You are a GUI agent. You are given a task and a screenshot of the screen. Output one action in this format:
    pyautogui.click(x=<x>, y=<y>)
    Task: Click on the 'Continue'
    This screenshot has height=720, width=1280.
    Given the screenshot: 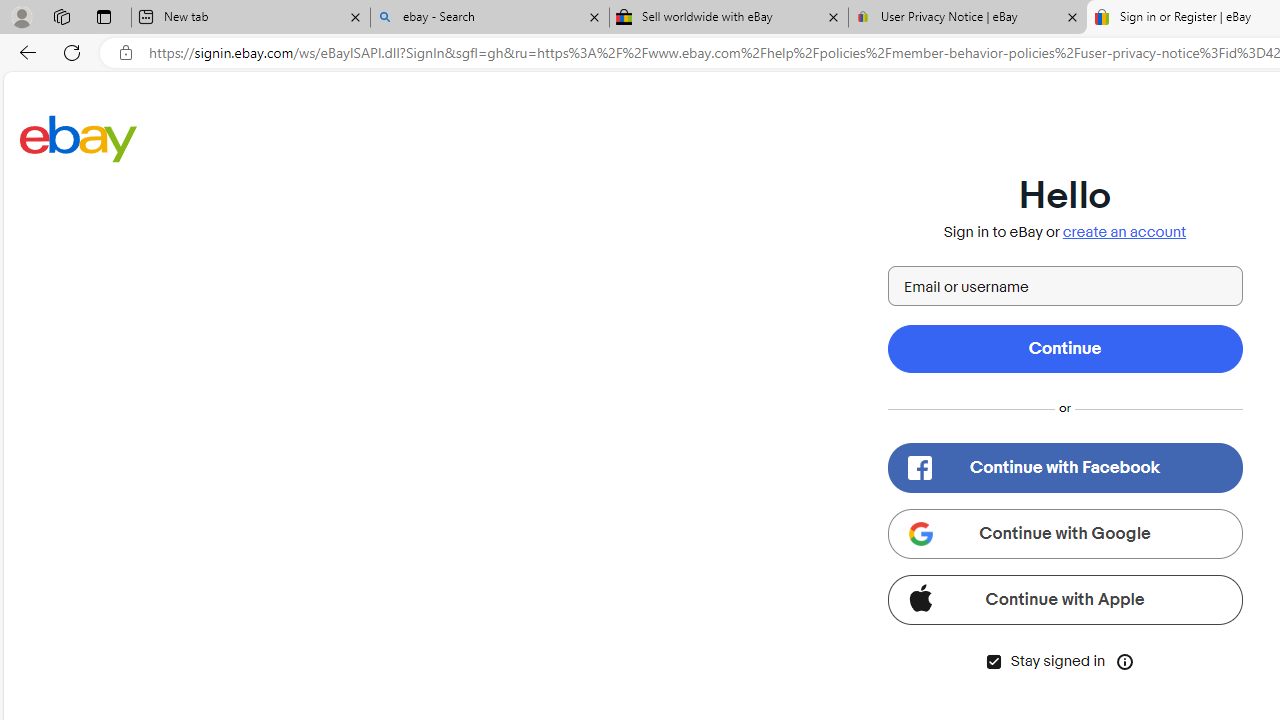 What is the action you would take?
    pyautogui.click(x=1063, y=347)
    